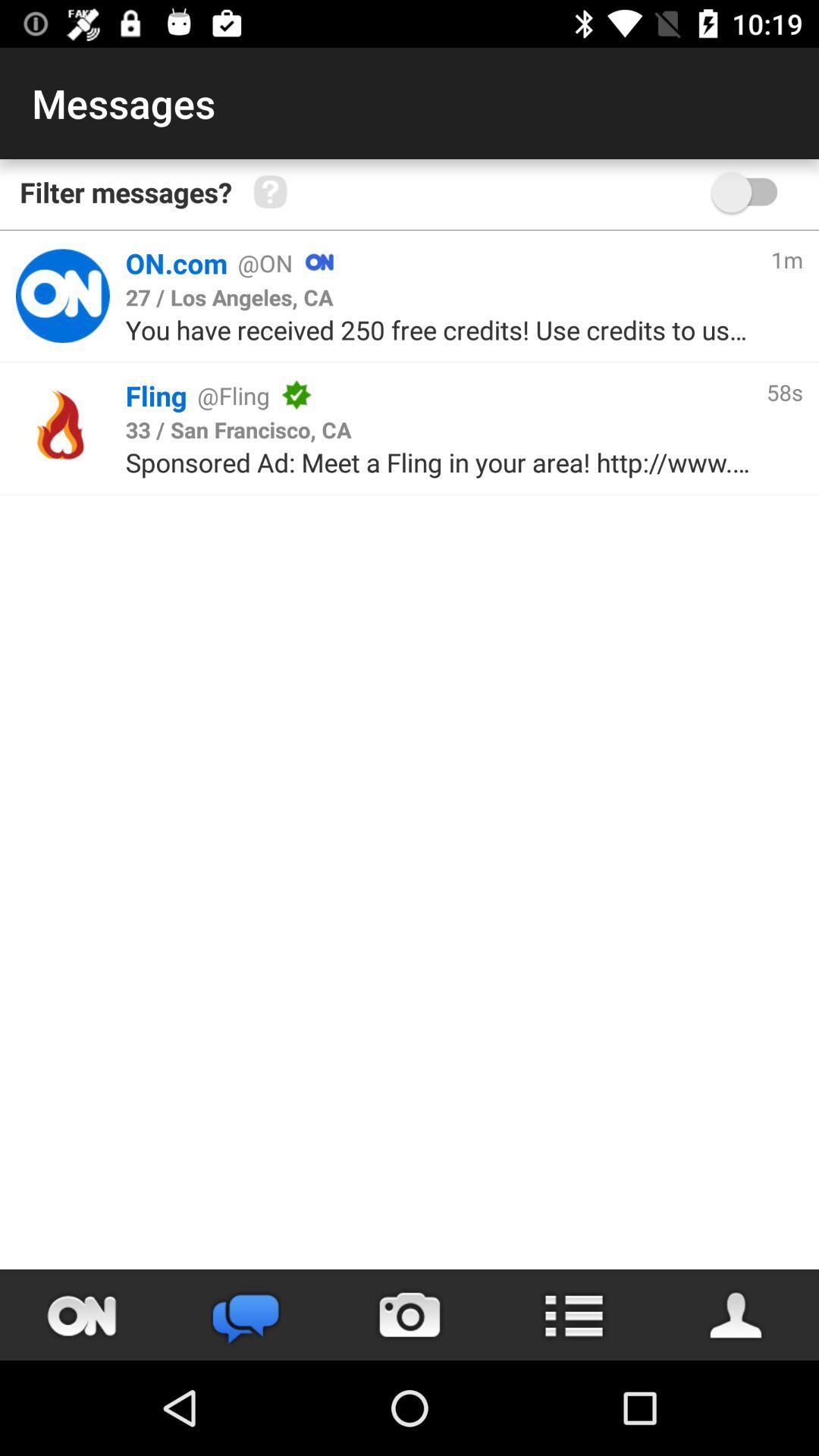  What do you see at coordinates (229, 297) in the screenshot?
I see `the 27 los angeles` at bounding box center [229, 297].